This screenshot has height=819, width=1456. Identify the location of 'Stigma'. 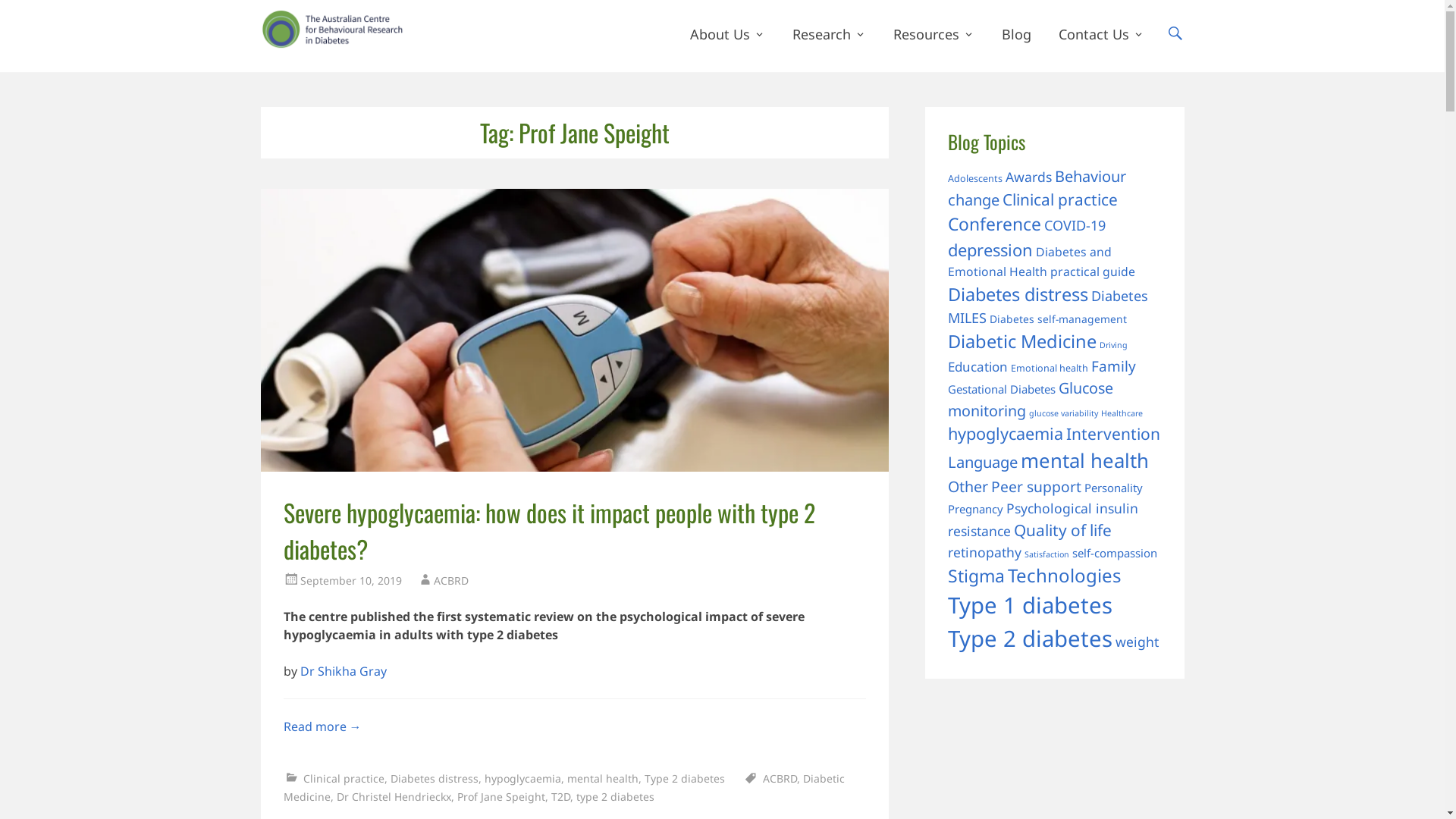
(976, 576).